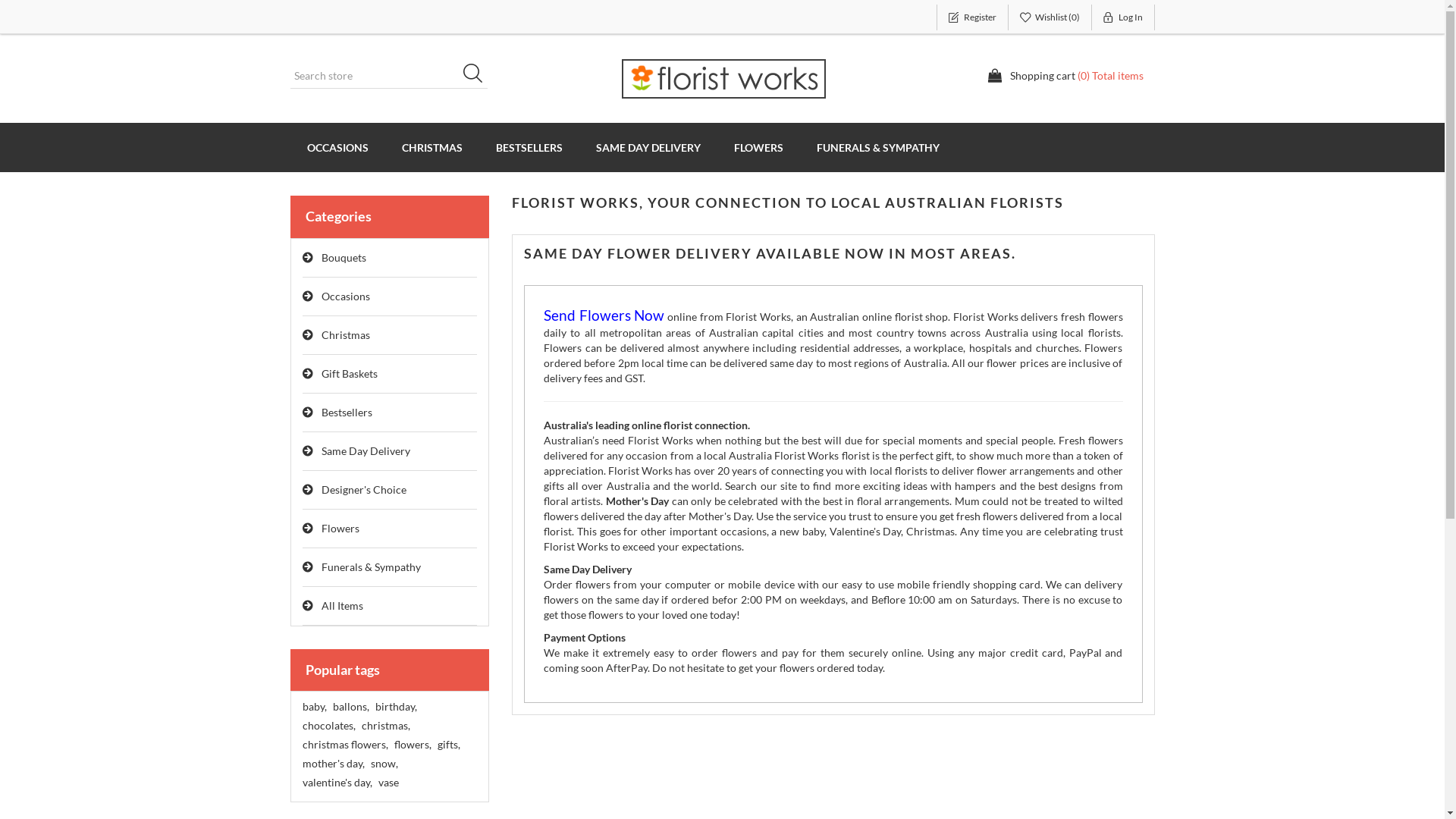  I want to click on 'christmas flowers,', so click(302, 744).